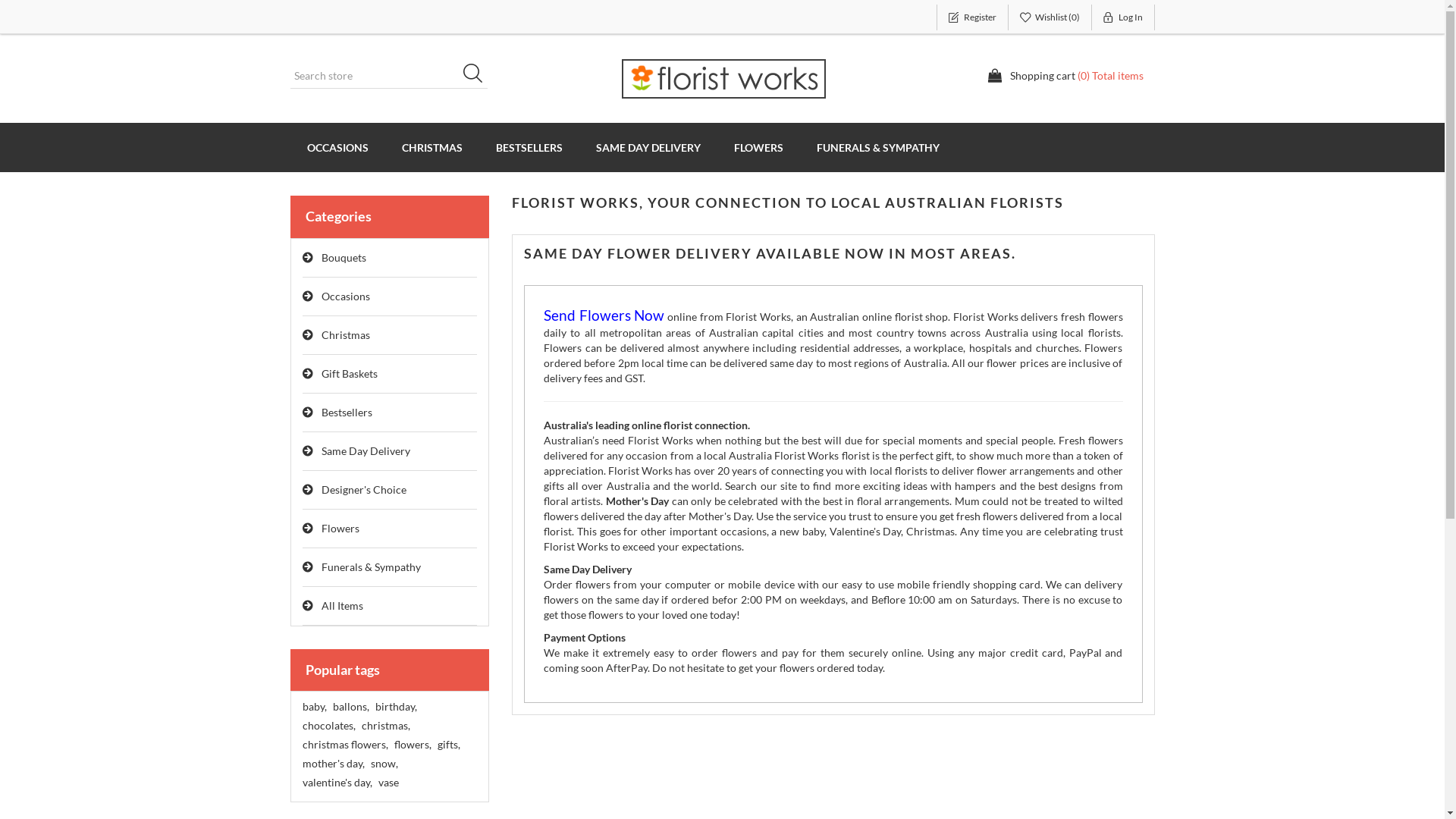  I want to click on 'christmas flowers,', so click(302, 744).